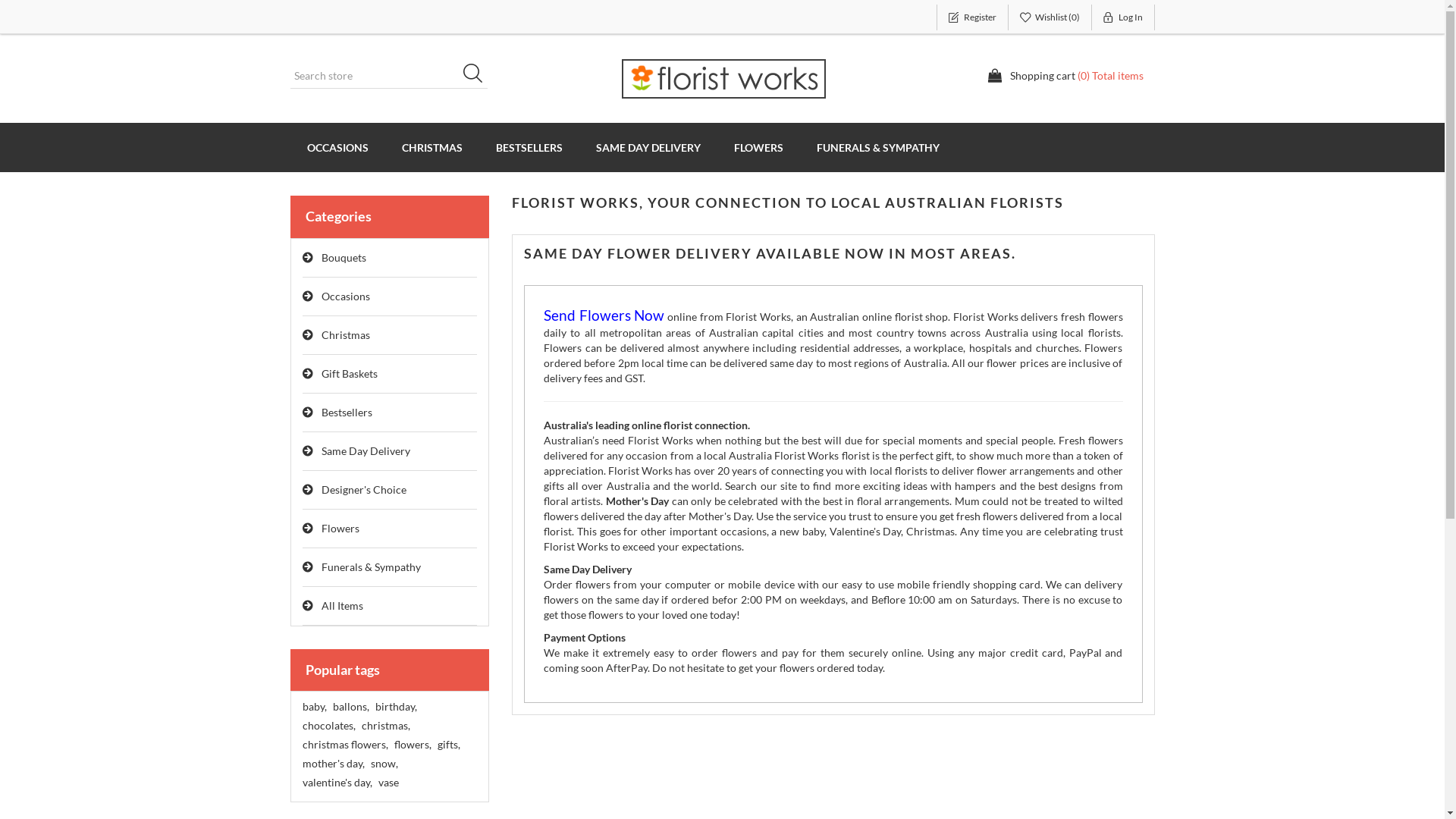  I want to click on 'christmas flowers,', so click(302, 744).